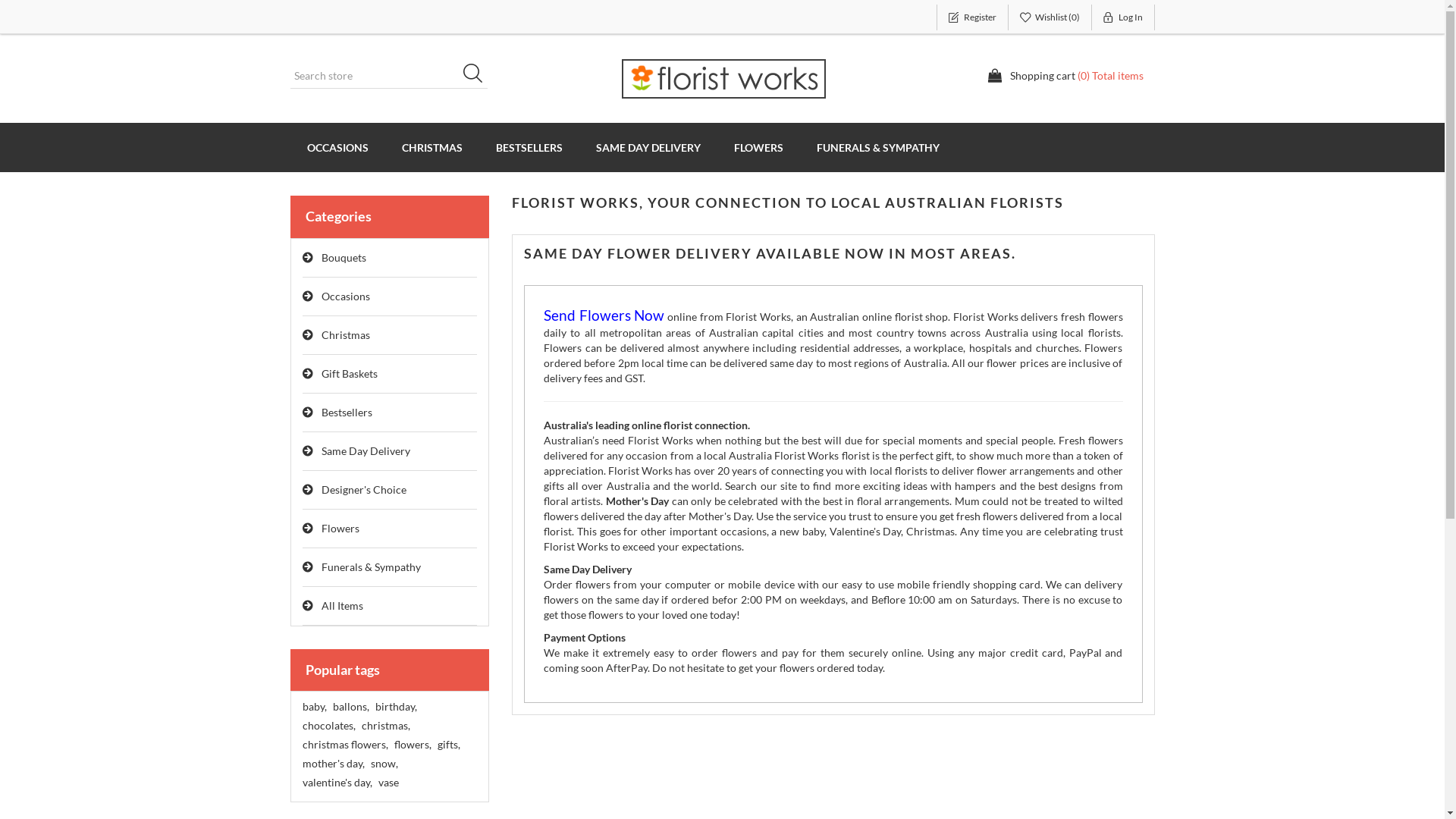  I want to click on 'christmas flowers,', so click(302, 744).